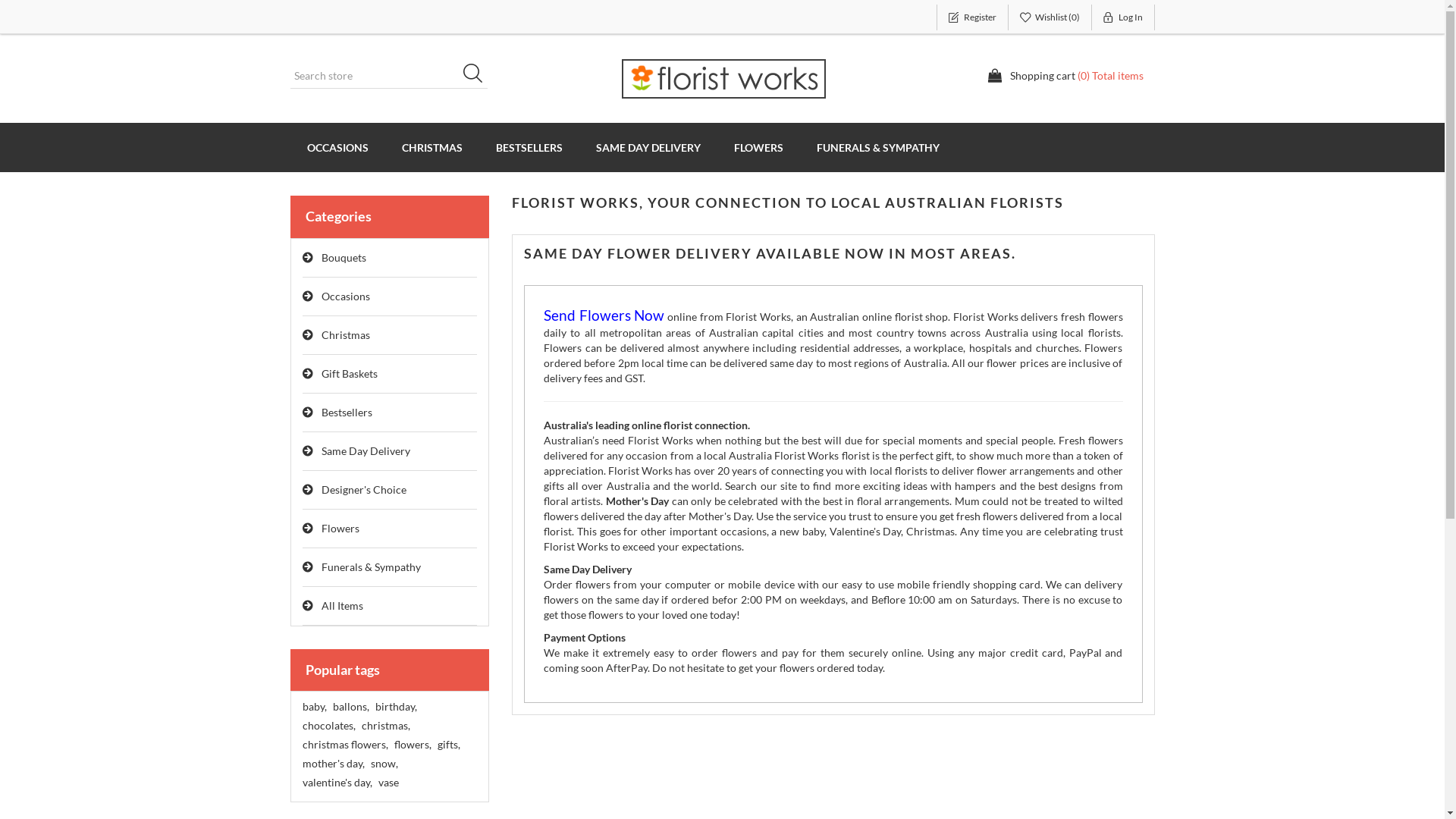  I want to click on 'christmas flowers,', so click(302, 744).